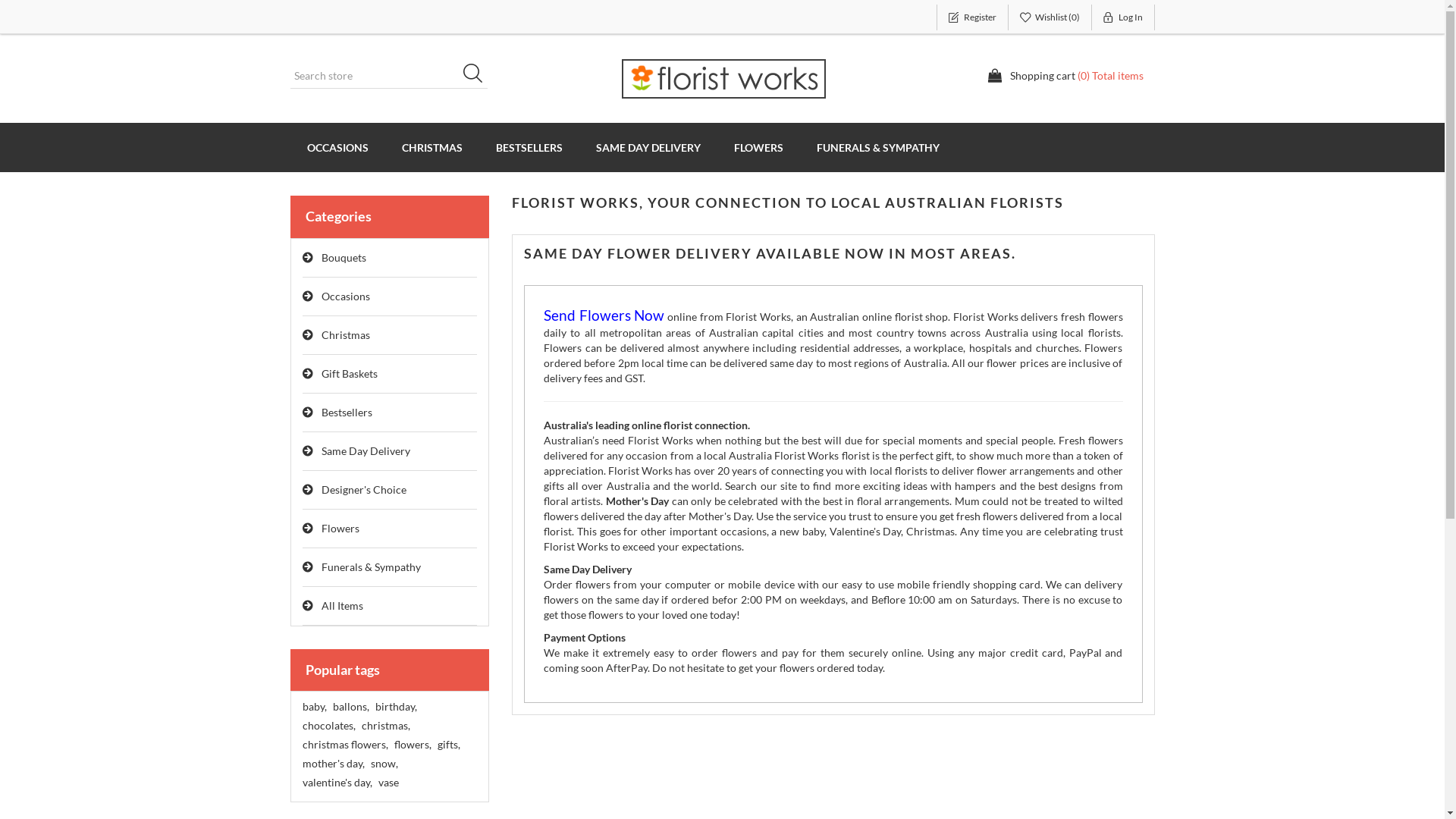  I want to click on 'christmas flowers,', so click(302, 744).